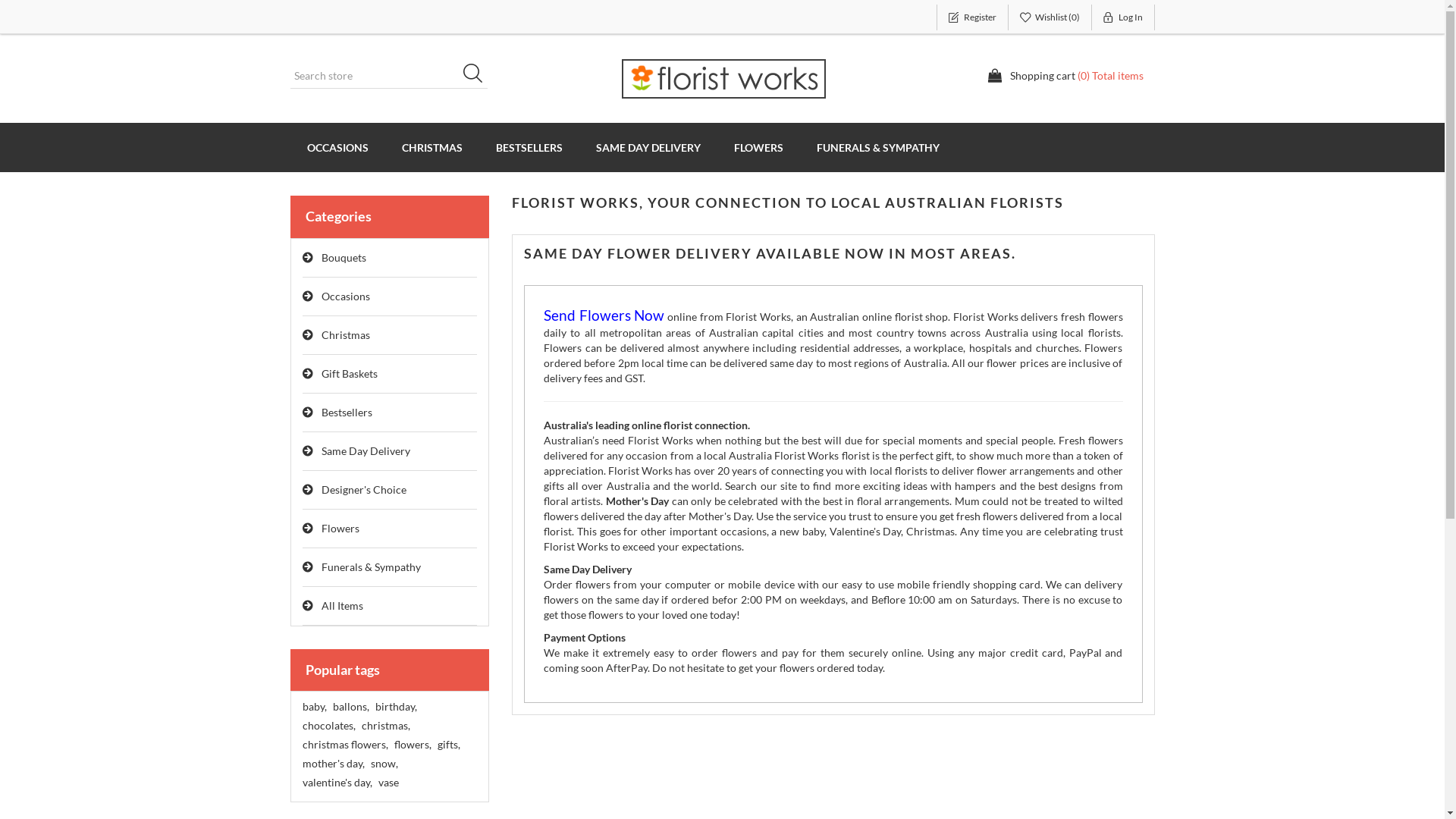  I want to click on 'christmas flowers,', so click(302, 744).